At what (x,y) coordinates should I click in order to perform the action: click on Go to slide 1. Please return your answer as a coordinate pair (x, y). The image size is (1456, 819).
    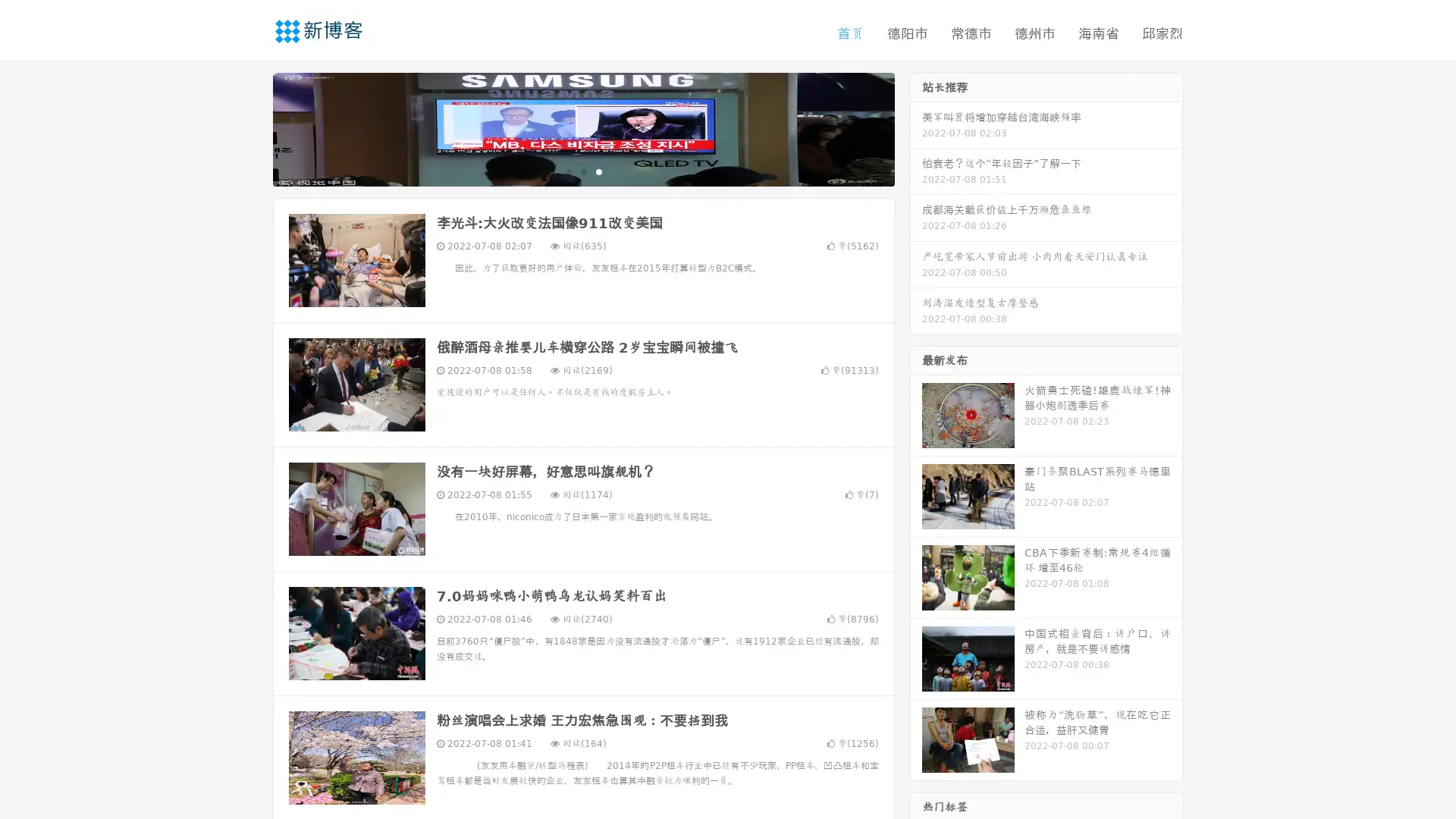
    Looking at the image, I should click on (567, 171).